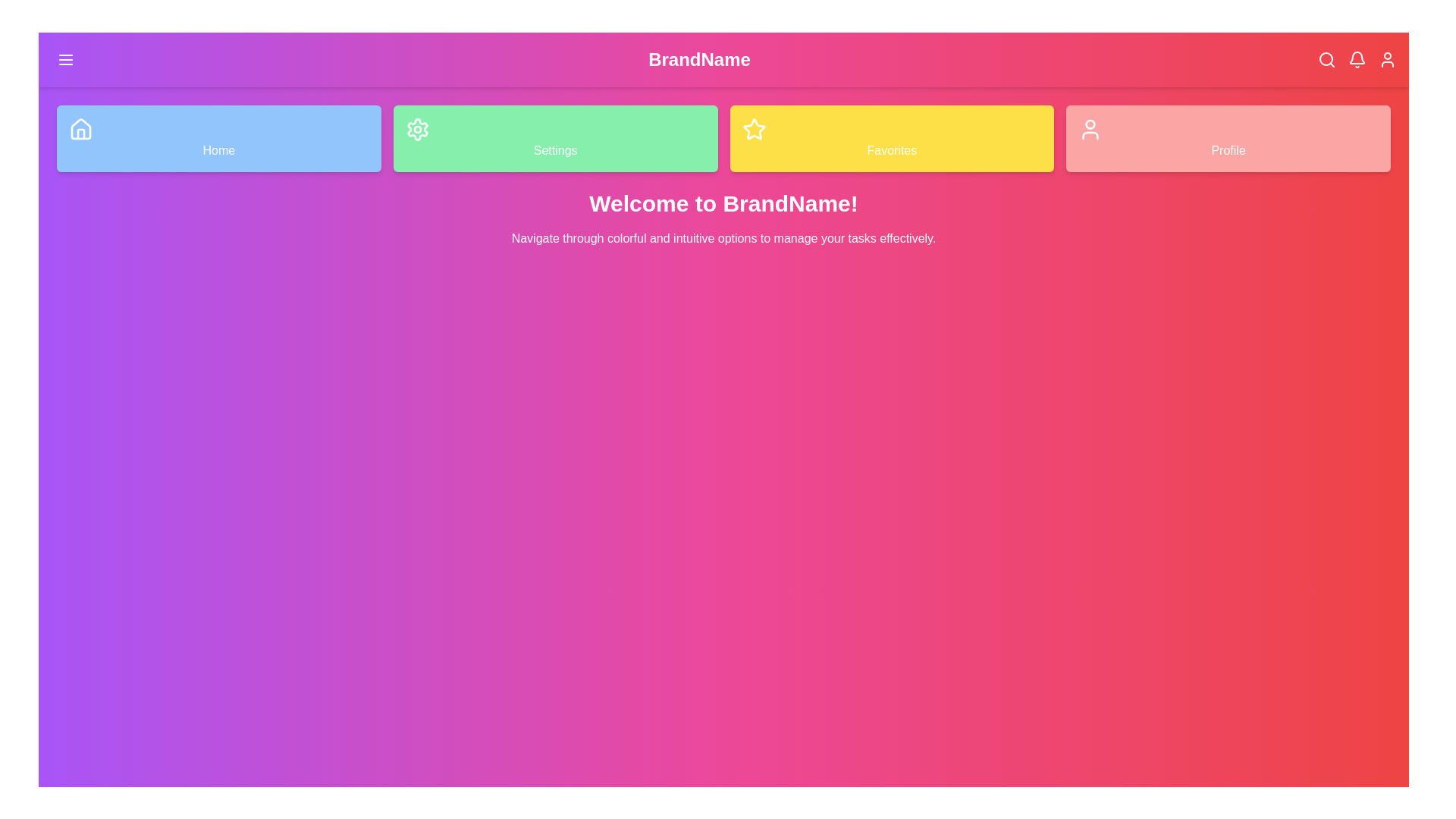  Describe the element at coordinates (1228, 138) in the screenshot. I see `the navigation button Profile` at that location.